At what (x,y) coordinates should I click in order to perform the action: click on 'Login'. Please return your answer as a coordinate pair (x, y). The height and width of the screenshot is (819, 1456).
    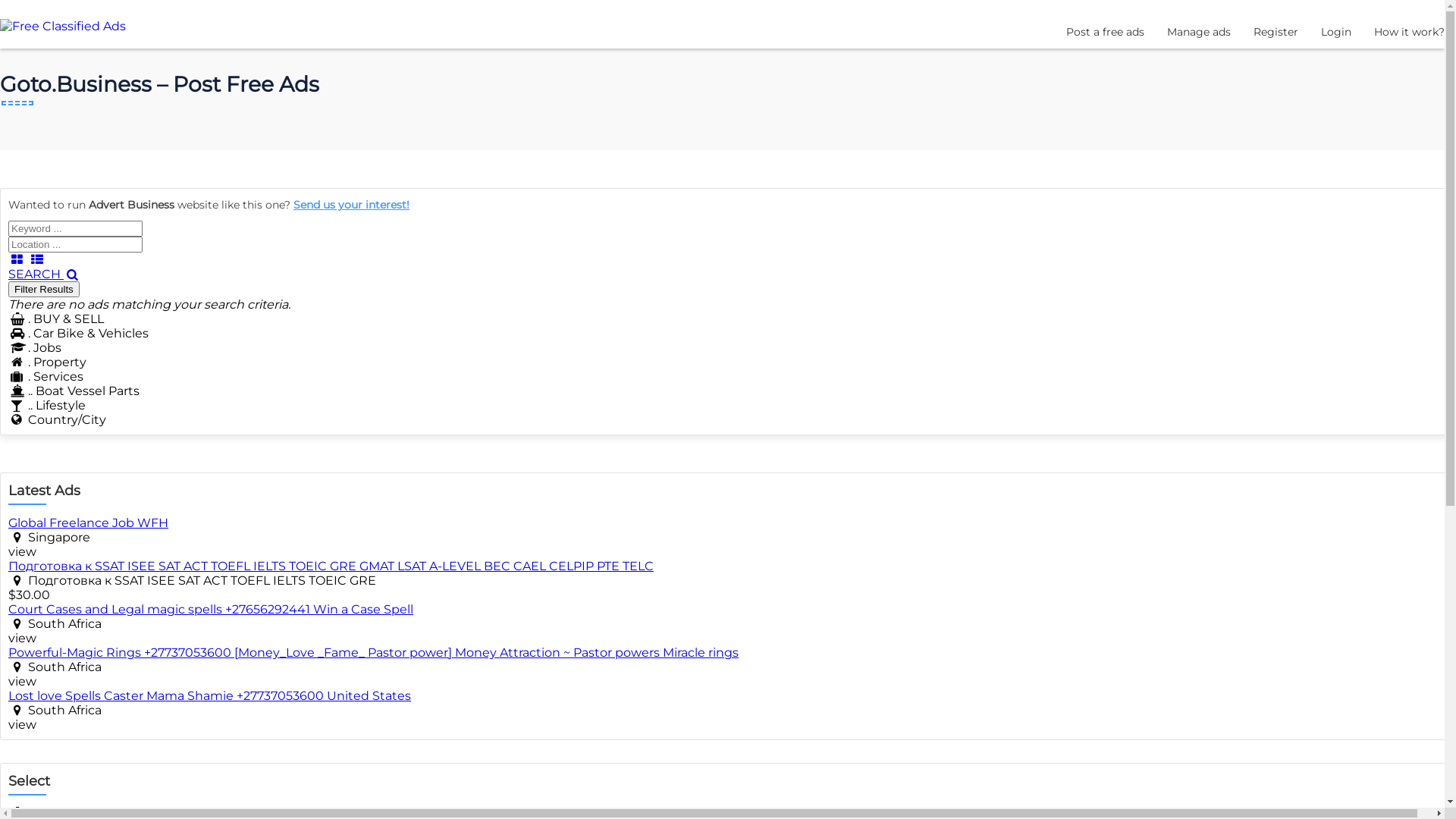
    Looking at the image, I should click on (1335, 32).